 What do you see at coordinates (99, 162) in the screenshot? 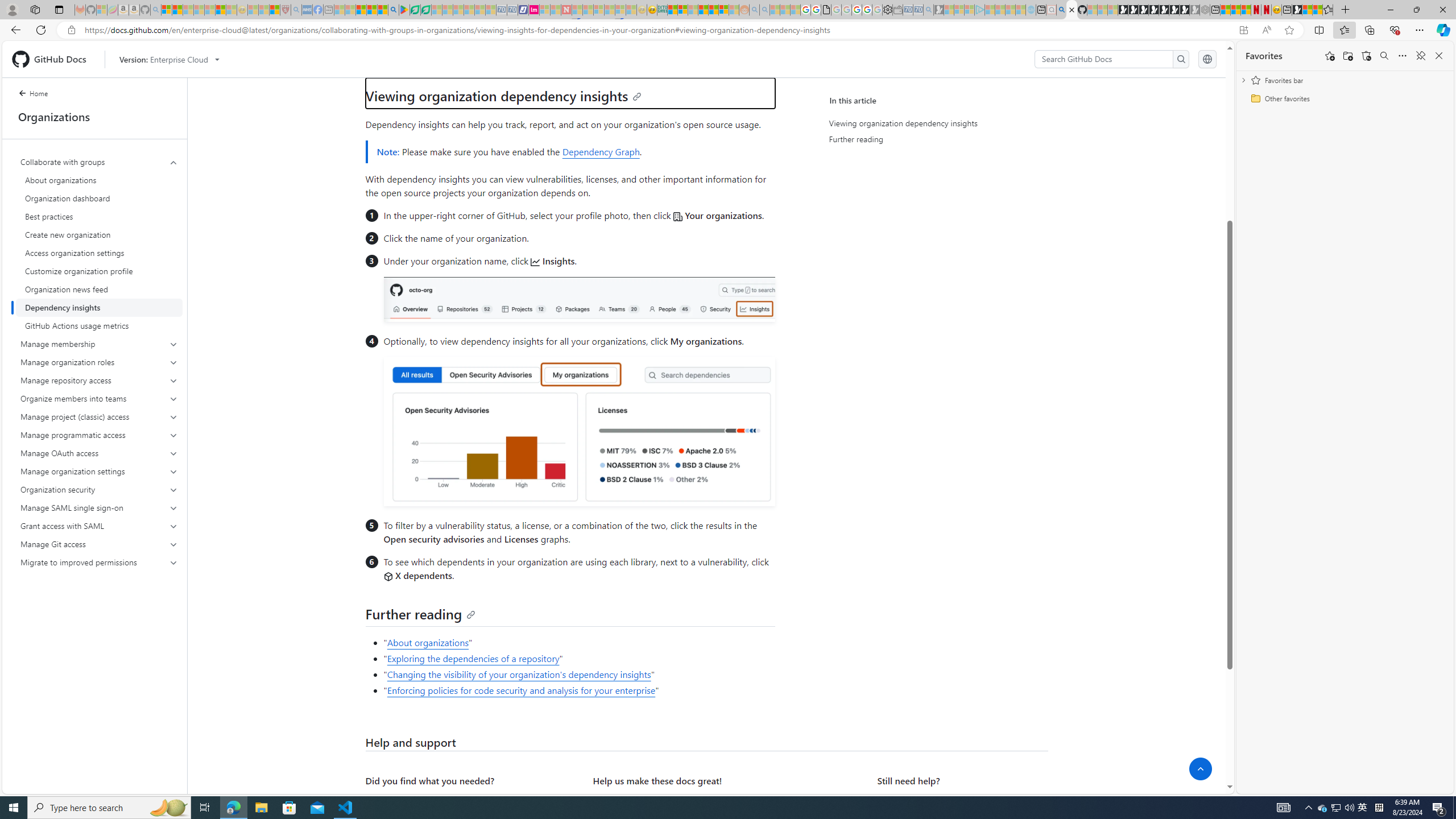
I see `'Collaborate with groups'` at bounding box center [99, 162].